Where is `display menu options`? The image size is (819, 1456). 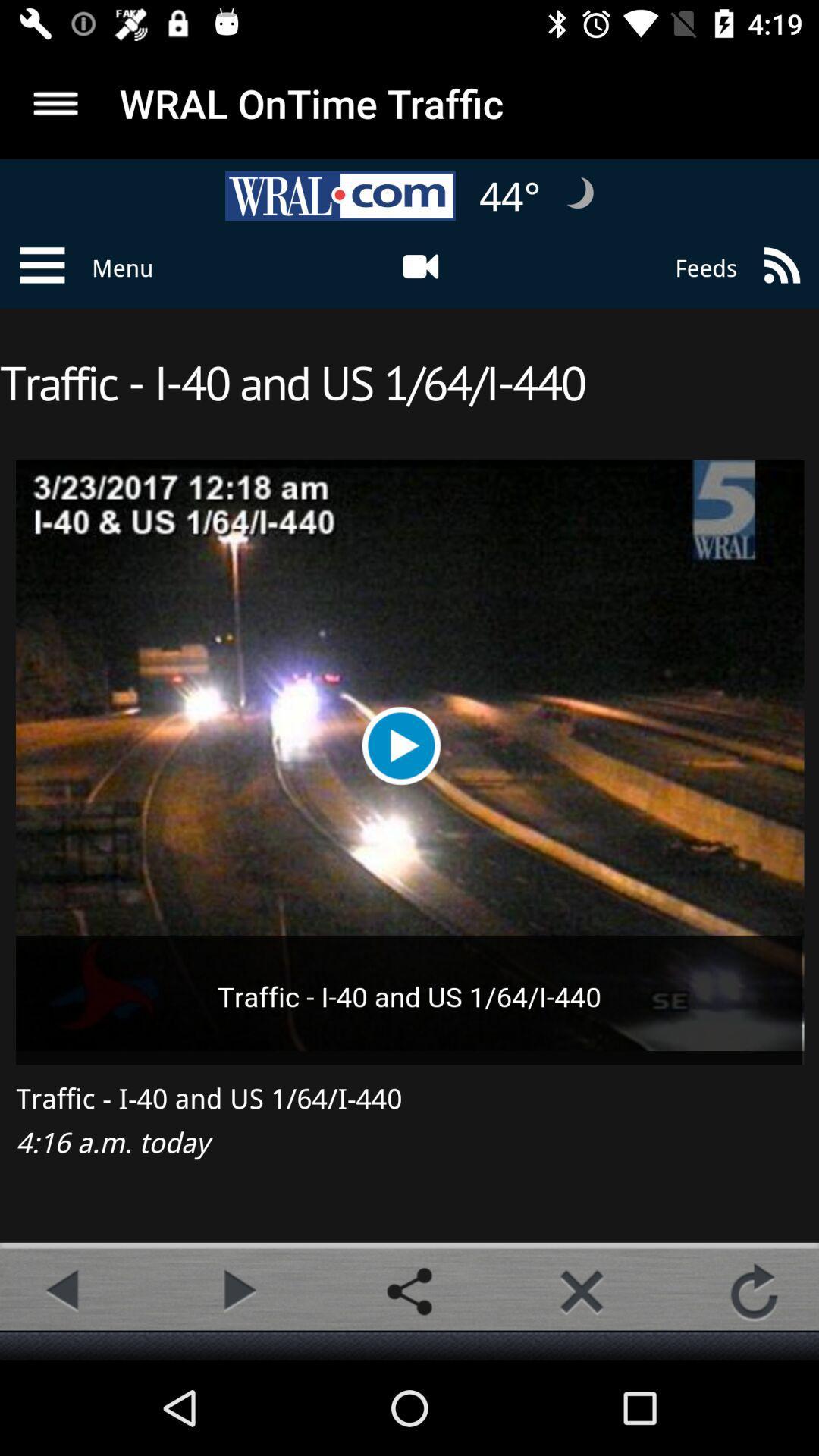
display menu options is located at coordinates (55, 102).